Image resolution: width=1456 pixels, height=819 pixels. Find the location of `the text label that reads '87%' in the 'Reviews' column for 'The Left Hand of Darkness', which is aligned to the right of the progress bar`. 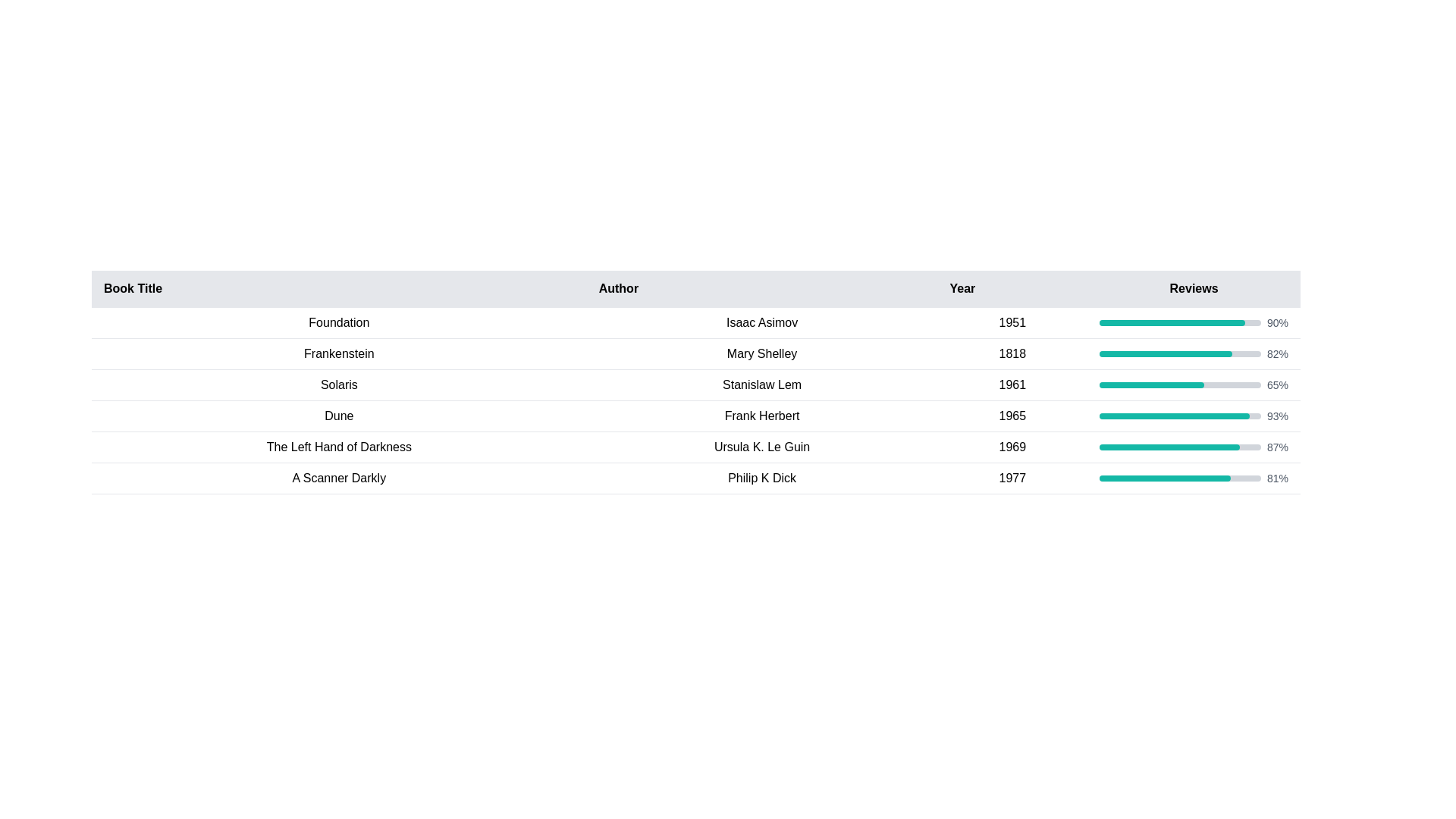

the text label that reads '87%' in the 'Reviews' column for 'The Left Hand of Darkness', which is aligned to the right of the progress bar is located at coordinates (1276, 447).